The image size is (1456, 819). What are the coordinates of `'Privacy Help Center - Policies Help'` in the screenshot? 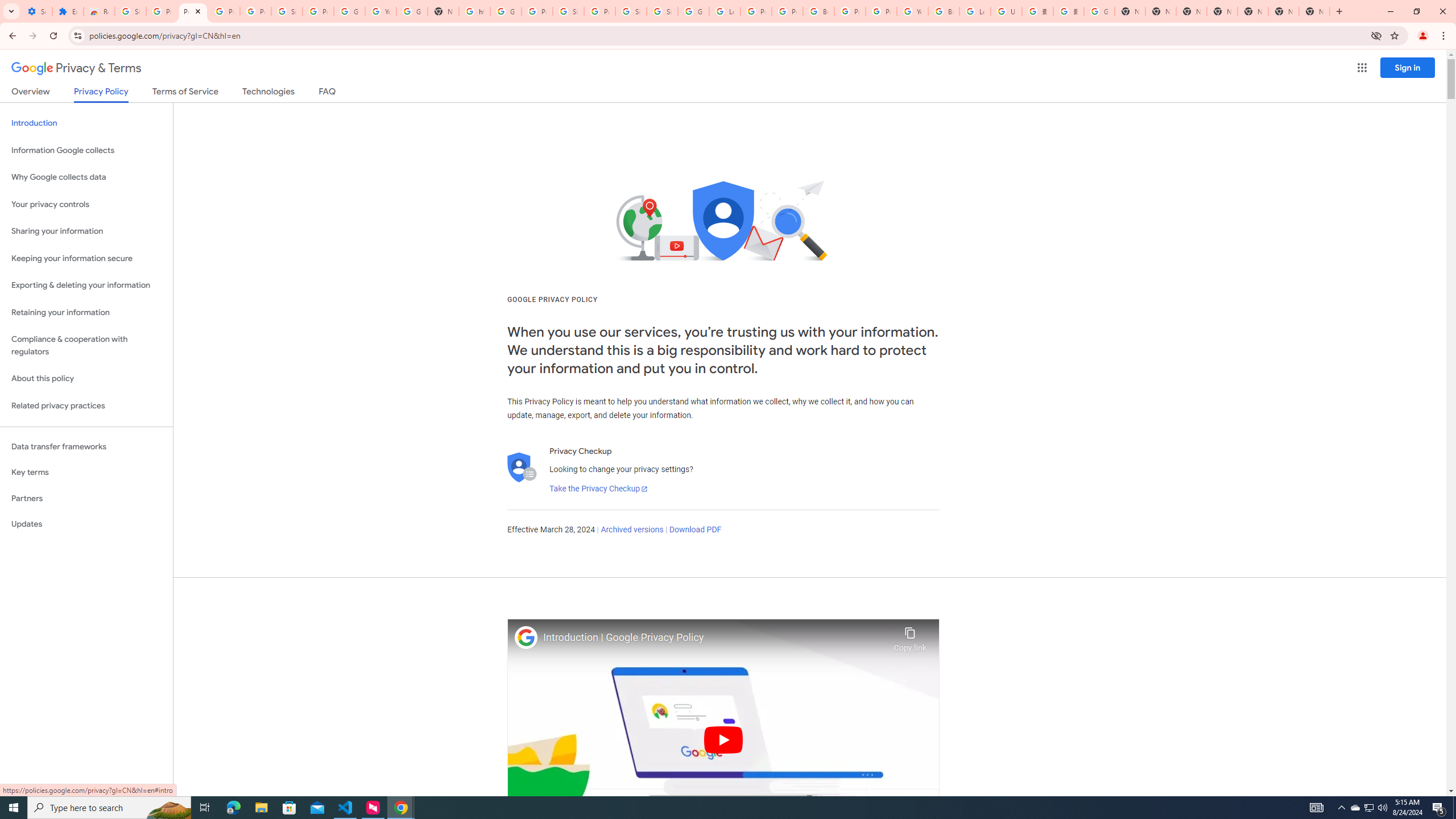 It's located at (787, 11).